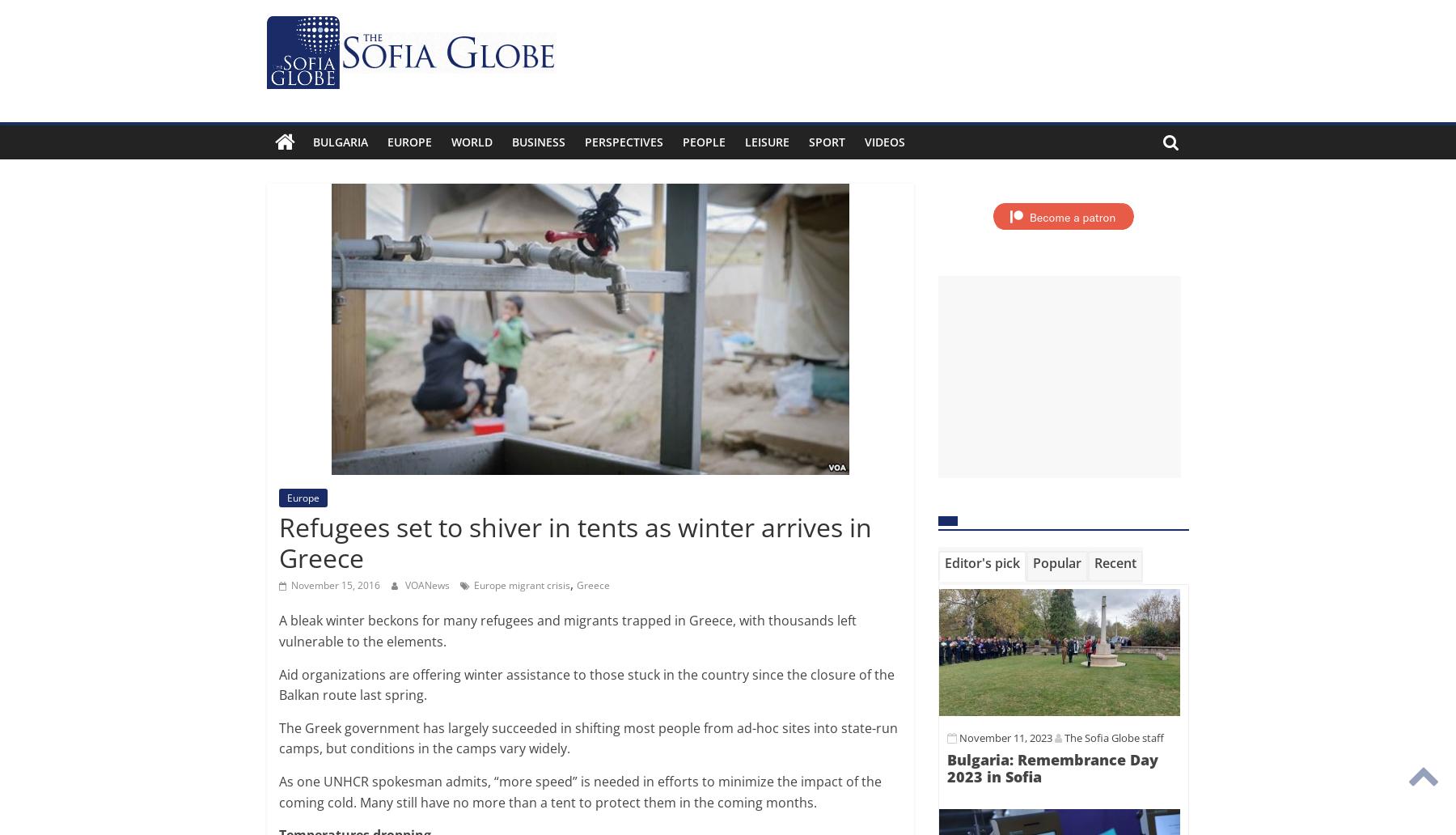 This screenshot has height=835, width=1456. I want to click on 'Recent', so click(1114, 562).